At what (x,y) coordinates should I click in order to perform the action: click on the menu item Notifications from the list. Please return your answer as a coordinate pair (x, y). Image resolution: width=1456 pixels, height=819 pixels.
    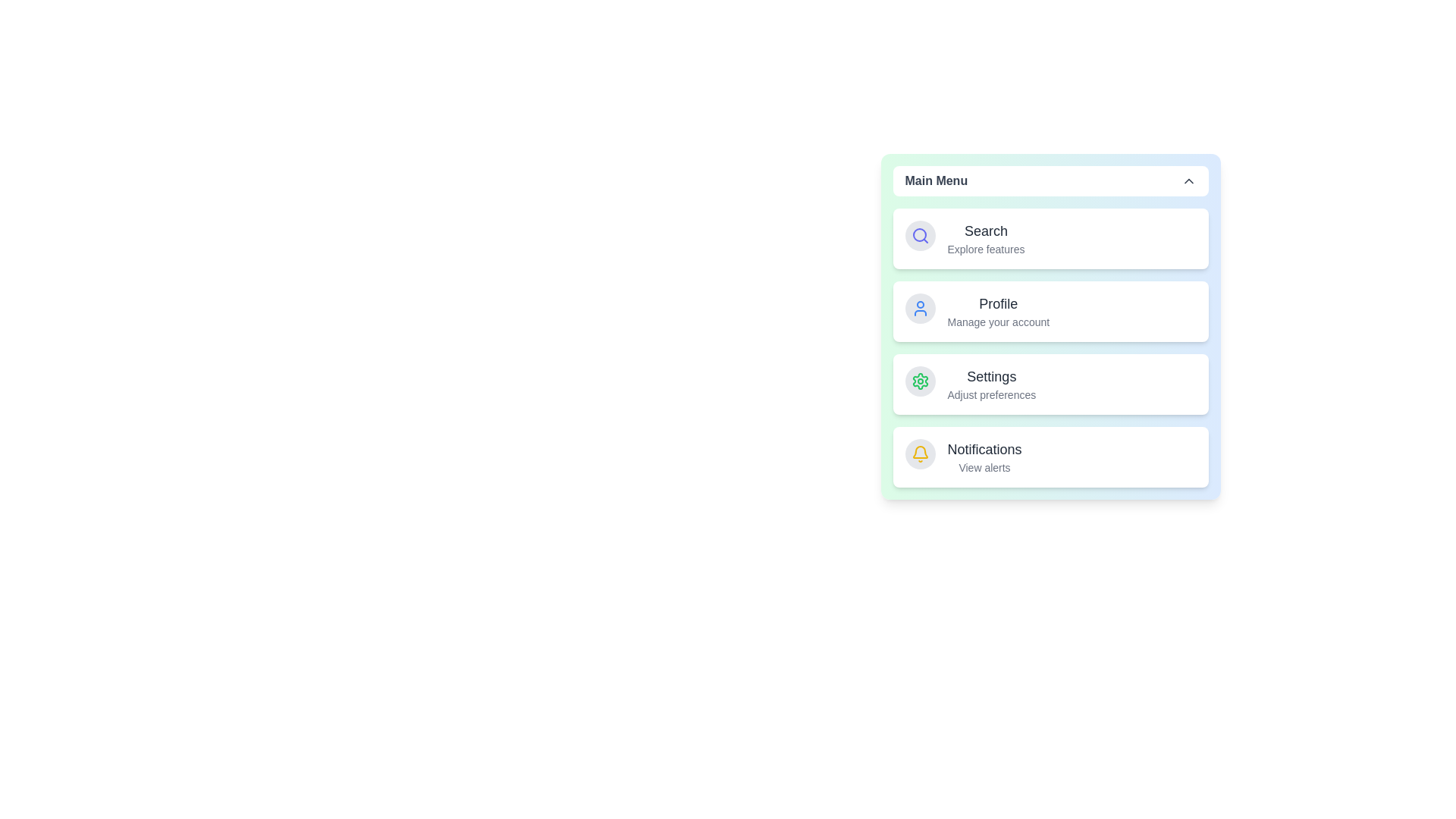
    Looking at the image, I should click on (986, 456).